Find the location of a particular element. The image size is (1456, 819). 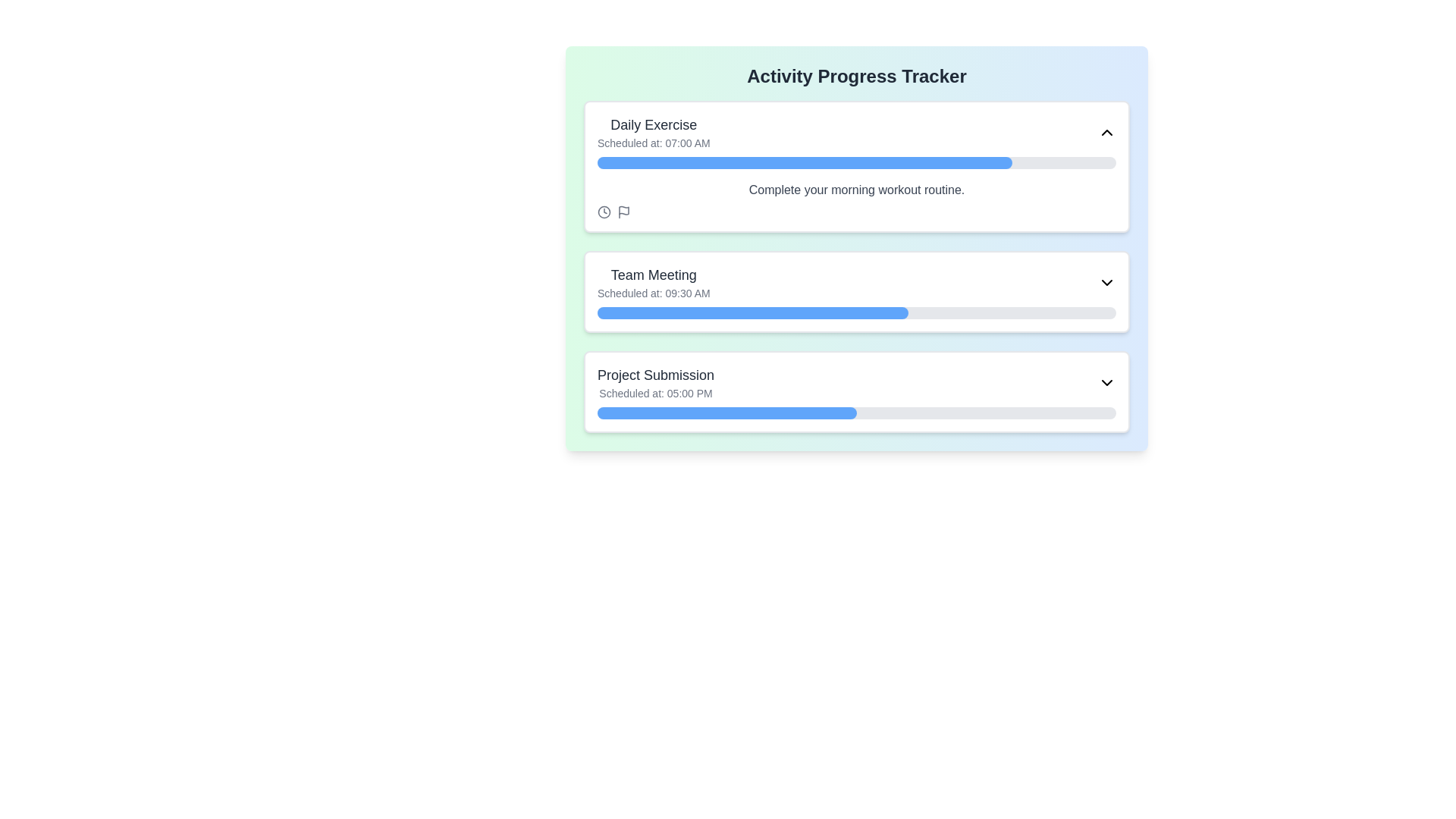

the SVG circle element located within the first list item labeled 'Daily Exercise', which serves as a decorative or informative graphical representation for a clock icon placed to the left of the progress bar is located at coordinates (603, 212).